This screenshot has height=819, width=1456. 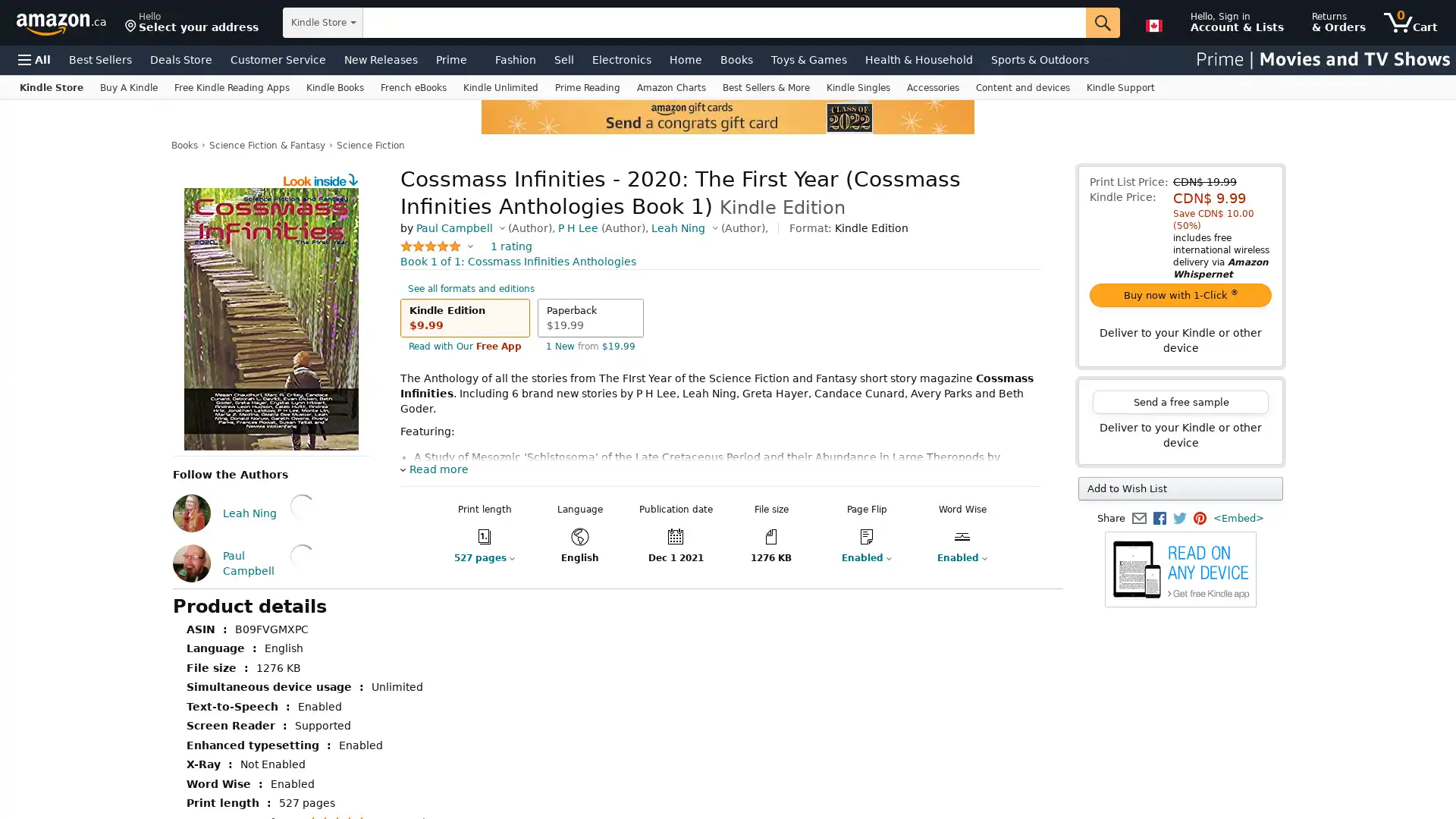 What do you see at coordinates (857, 573) in the screenshot?
I see `Enabled` at bounding box center [857, 573].